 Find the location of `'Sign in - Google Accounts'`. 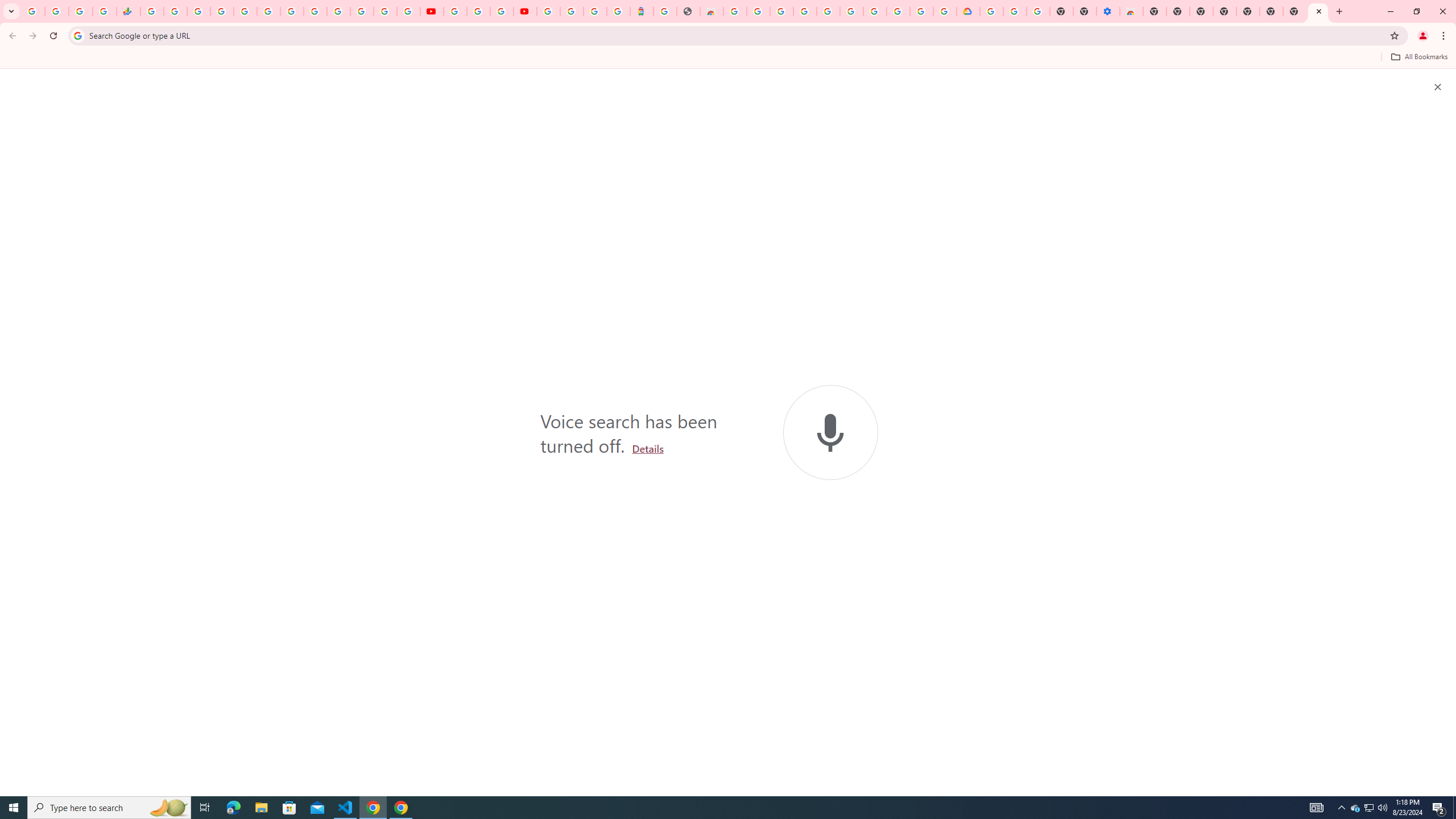

'Sign in - Google Accounts' is located at coordinates (570, 11).